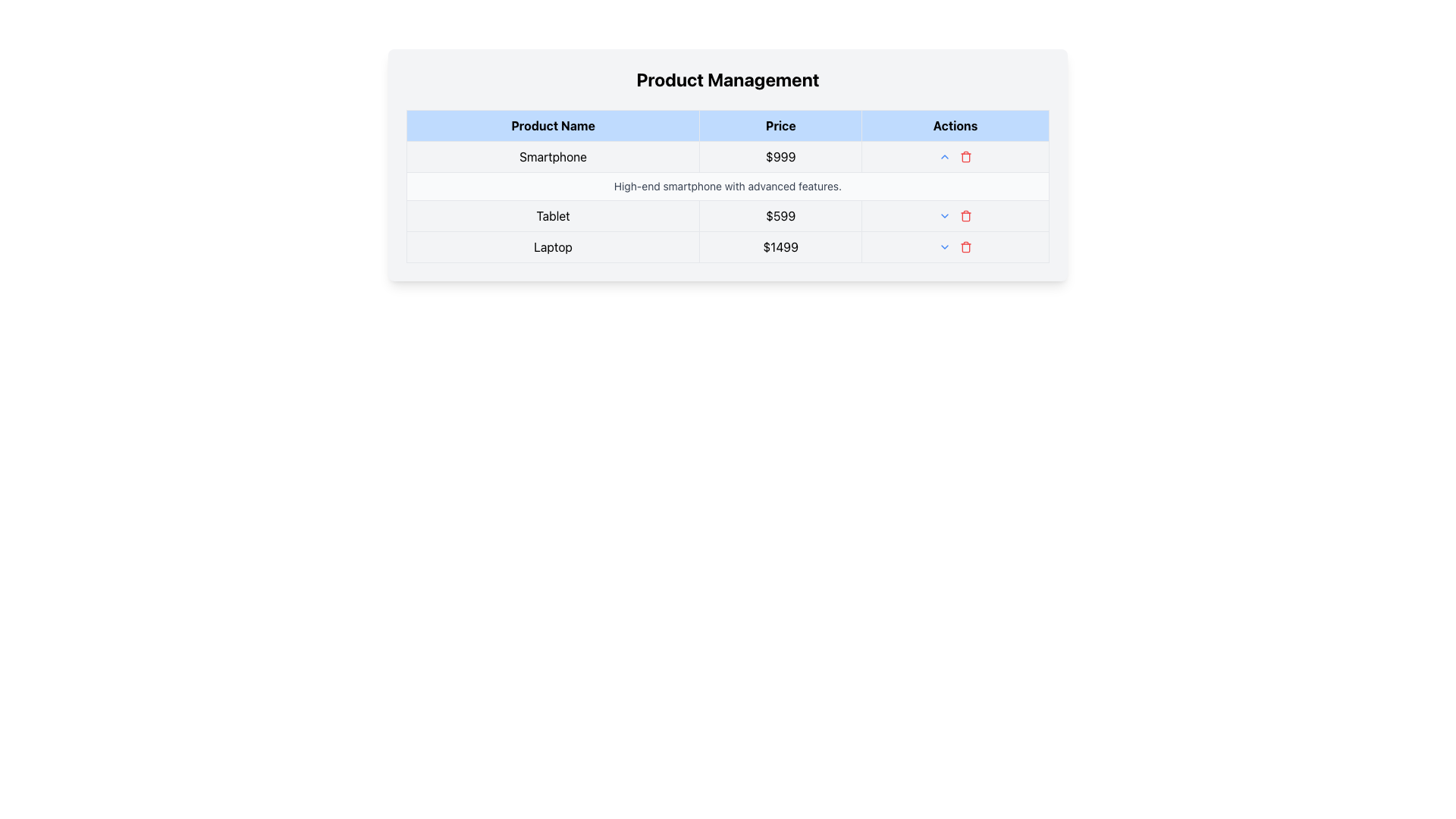 This screenshot has width=1456, height=819. What do you see at coordinates (965, 217) in the screenshot?
I see `the delete icon in the 'Actions' column of the data table, specifically located in the second row for the 'Tablet' product` at bounding box center [965, 217].